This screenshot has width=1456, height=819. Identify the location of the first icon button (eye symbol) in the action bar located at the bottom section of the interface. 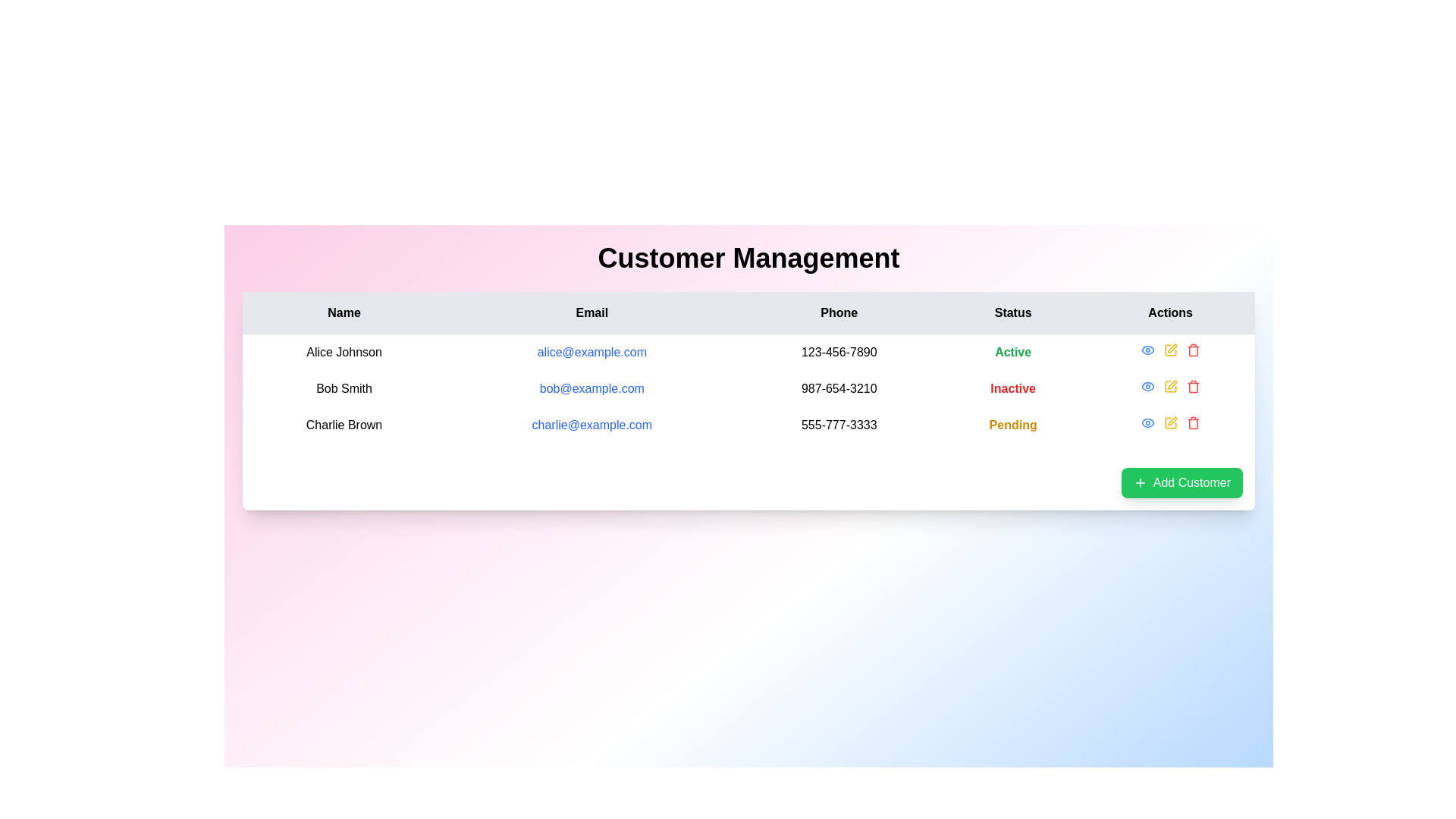
(1147, 423).